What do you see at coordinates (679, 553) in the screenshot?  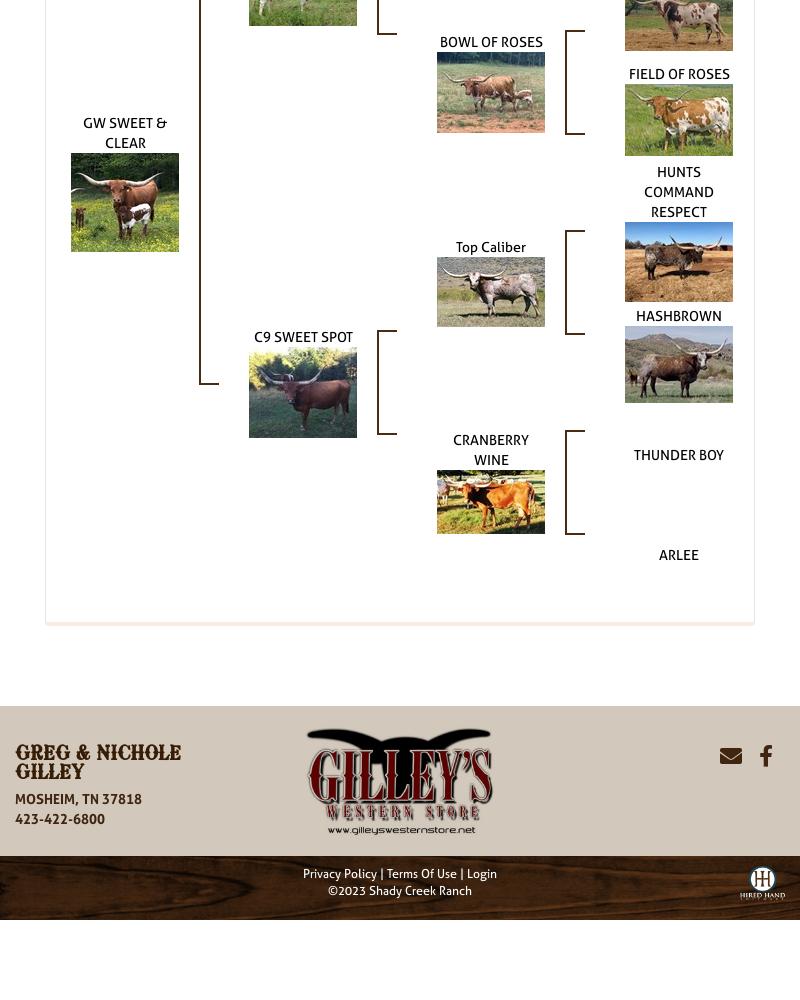 I see `'ARLEE'` at bounding box center [679, 553].